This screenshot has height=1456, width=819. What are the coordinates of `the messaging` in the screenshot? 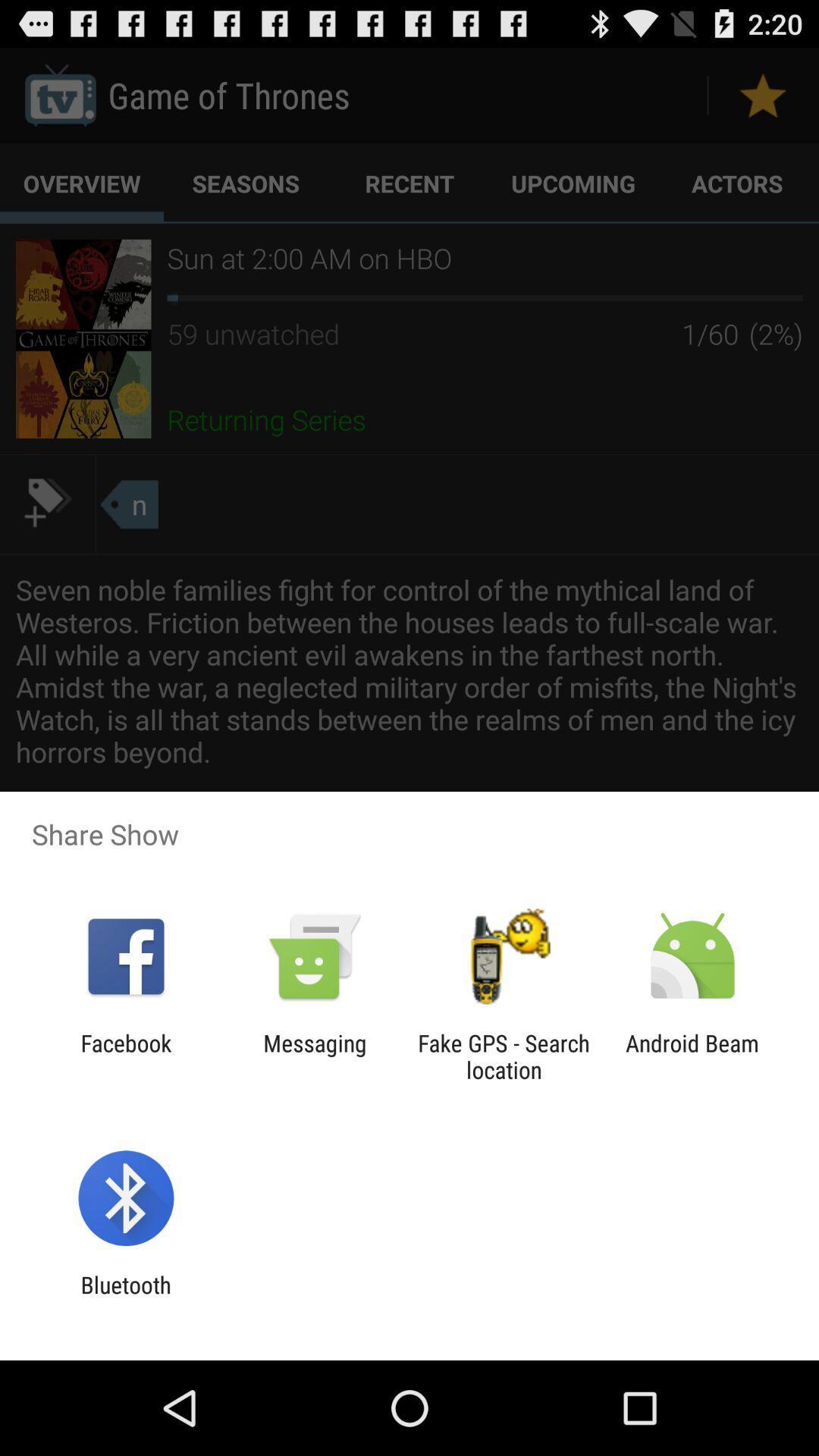 It's located at (314, 1056).